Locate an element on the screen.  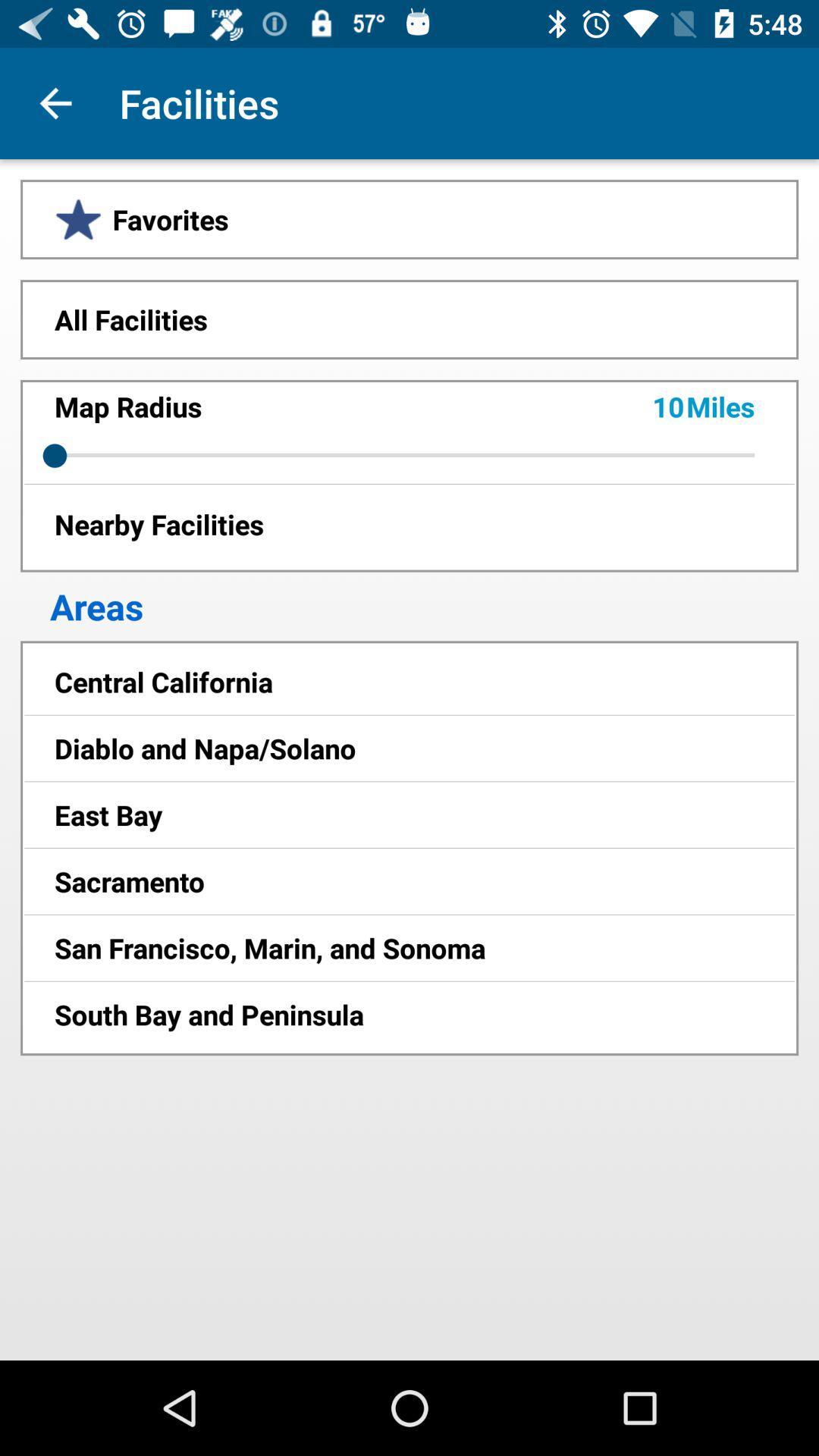
item above the 10	miles icon is located at coordinates (409, 318).